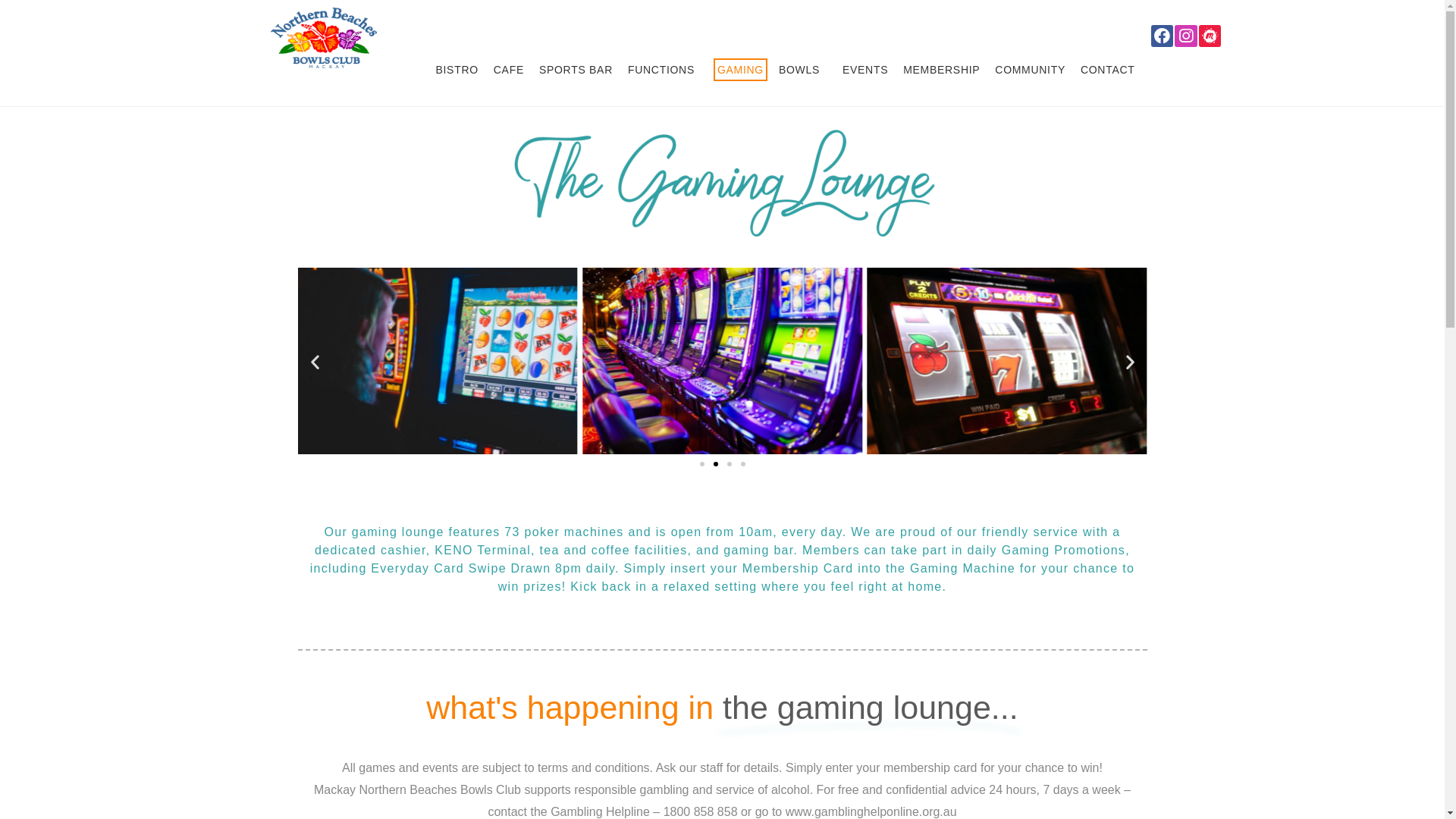 The image size is (1456, 819). What do you see at coordinates (940, 70) in the screenshot?
I see `'MEMBERSHIP'` at bounding box center [940, 70].